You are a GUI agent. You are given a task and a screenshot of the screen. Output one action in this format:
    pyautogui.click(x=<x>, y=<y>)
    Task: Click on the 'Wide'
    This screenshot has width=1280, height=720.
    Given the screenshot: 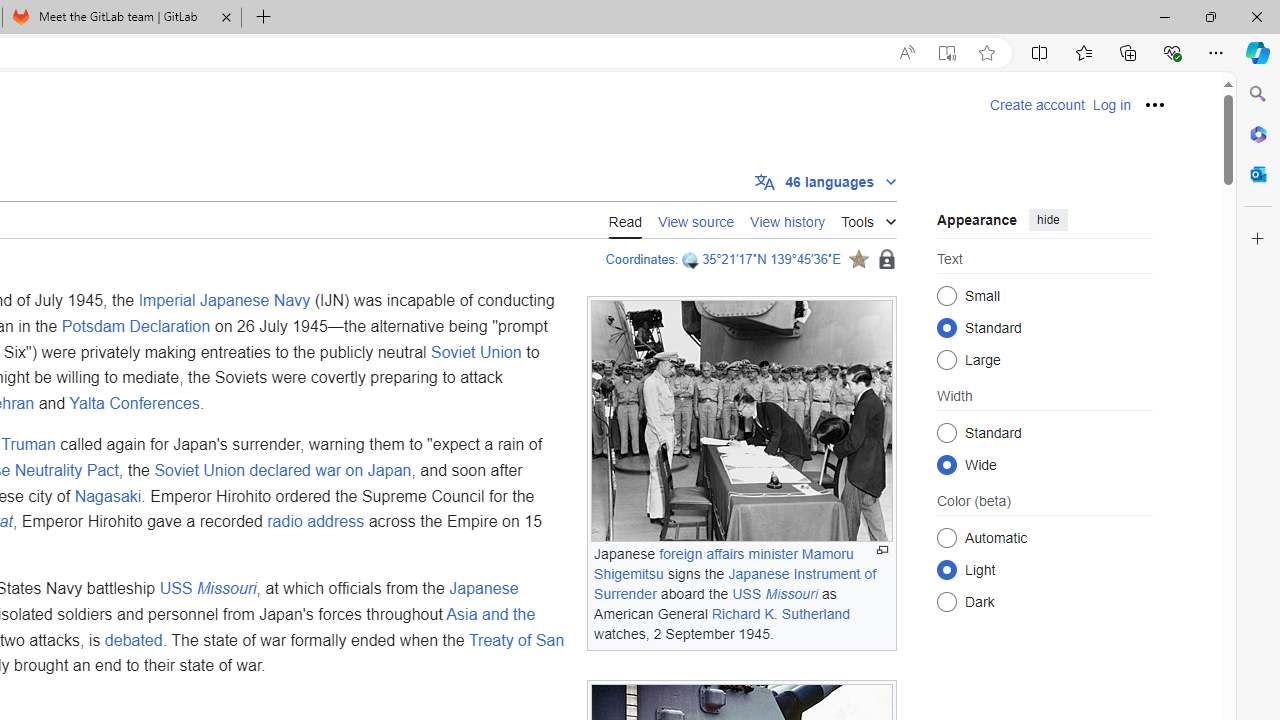 What is the action you would take?
    pyautogui.click(x=946, y=464)
    